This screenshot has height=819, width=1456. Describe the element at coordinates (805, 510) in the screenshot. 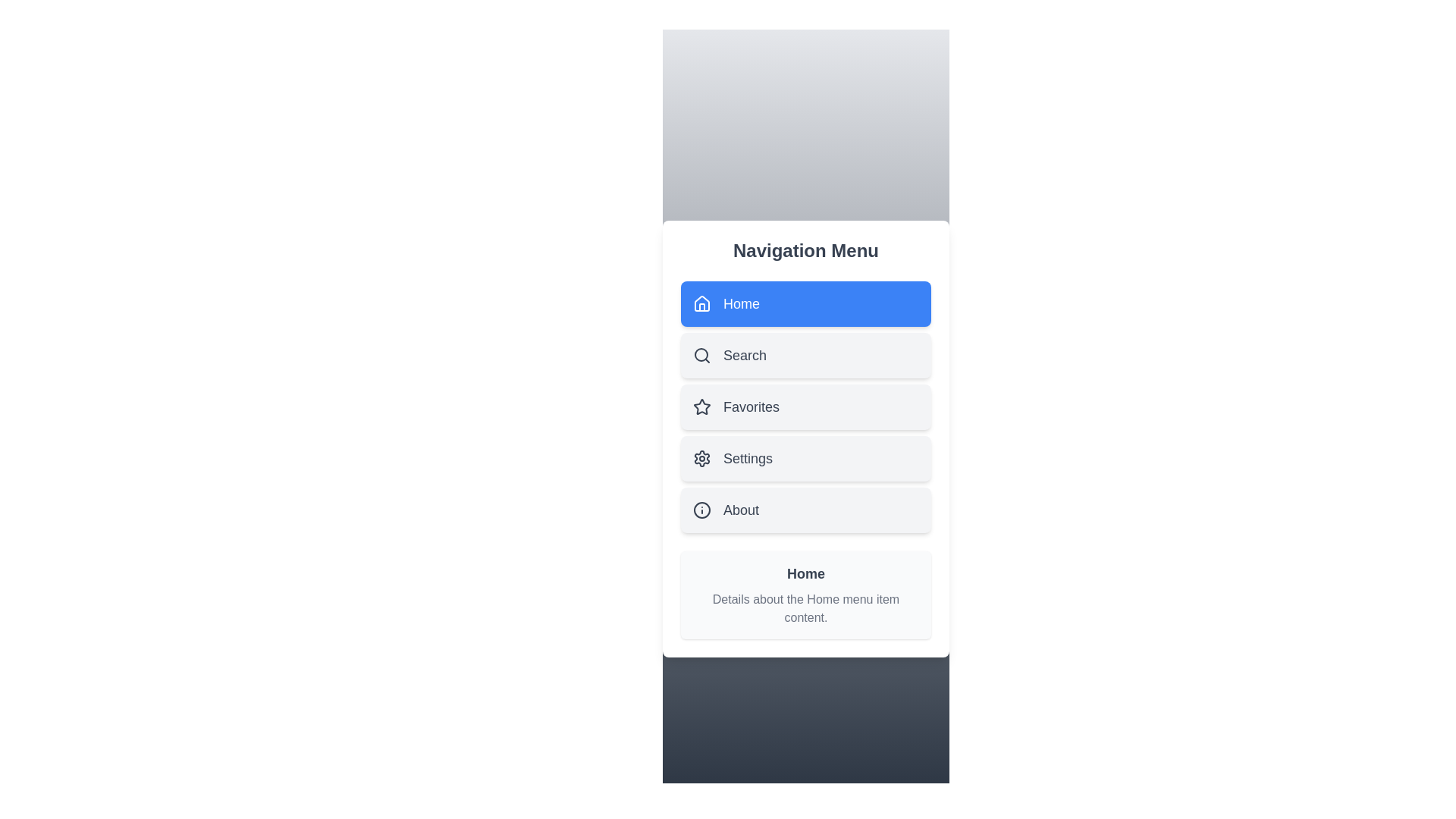

I see `the menu item About` at that location.